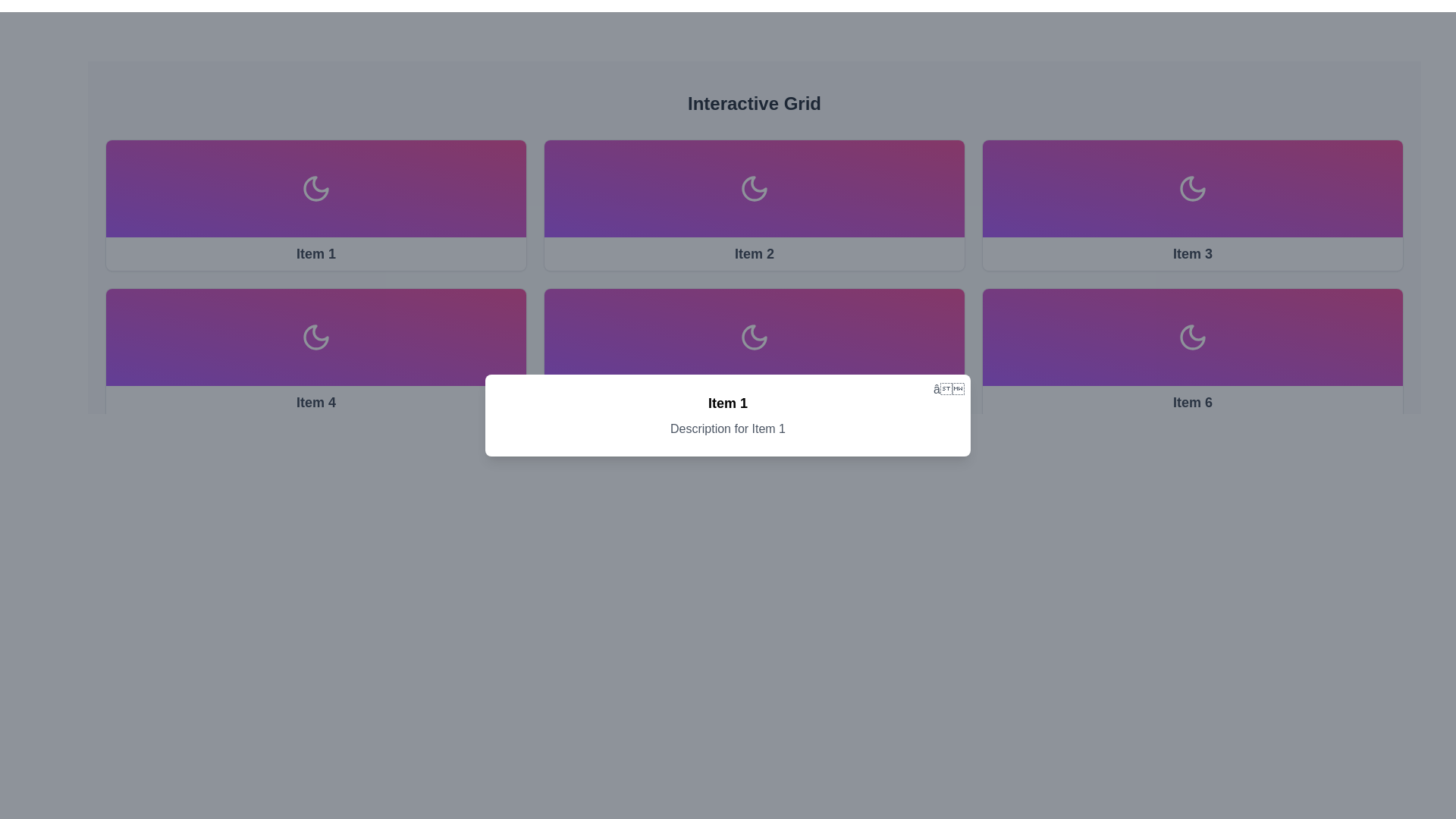  Describe the element at coordinates (1192, 188) in the screenshot. I see `the crescent moon icon located on the third card in the top row of the grid, which is rendered in white and resides within a purple to pink gradient card` at that location.